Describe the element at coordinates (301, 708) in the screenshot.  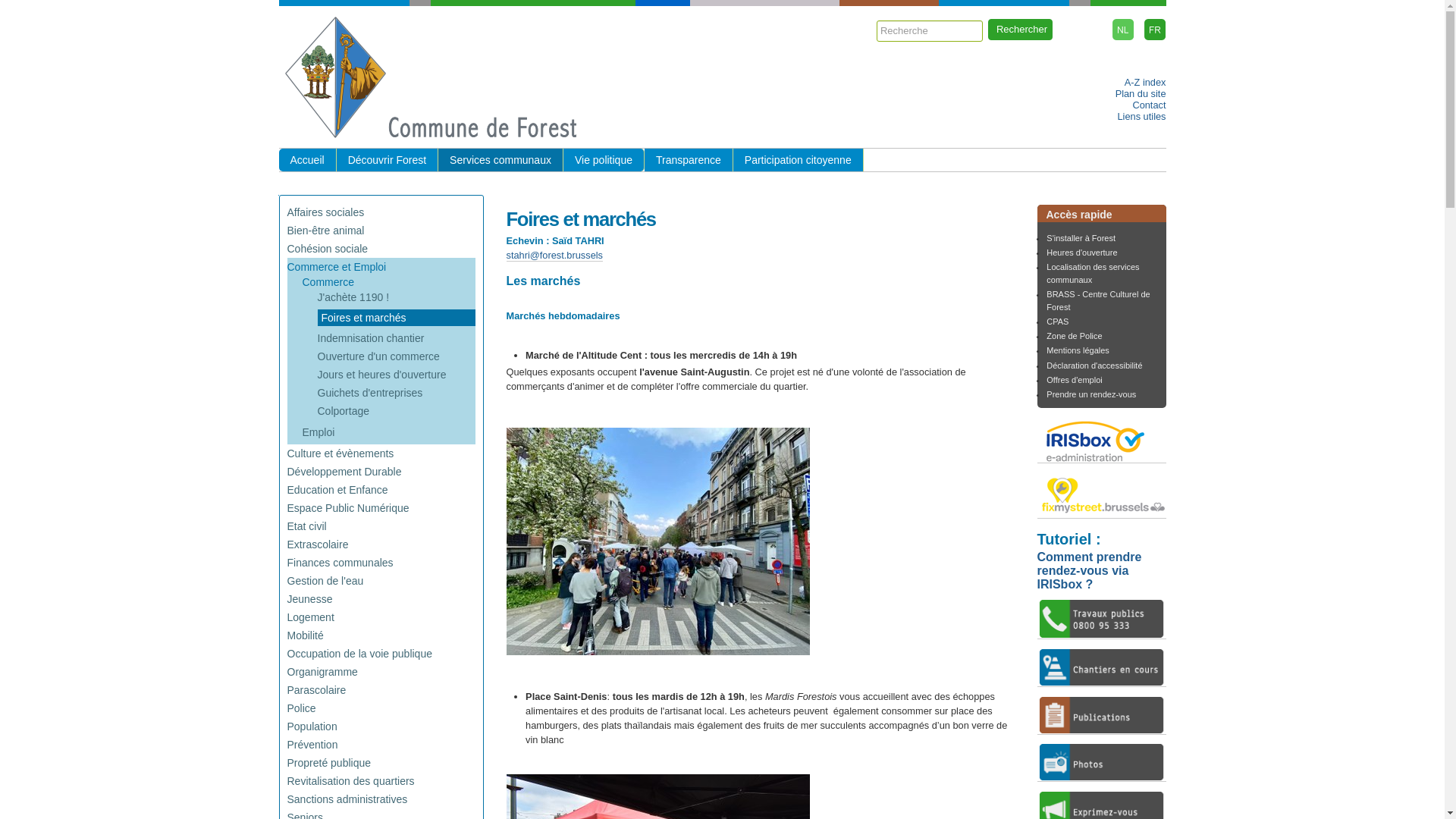
I see `'Police'` at that location.